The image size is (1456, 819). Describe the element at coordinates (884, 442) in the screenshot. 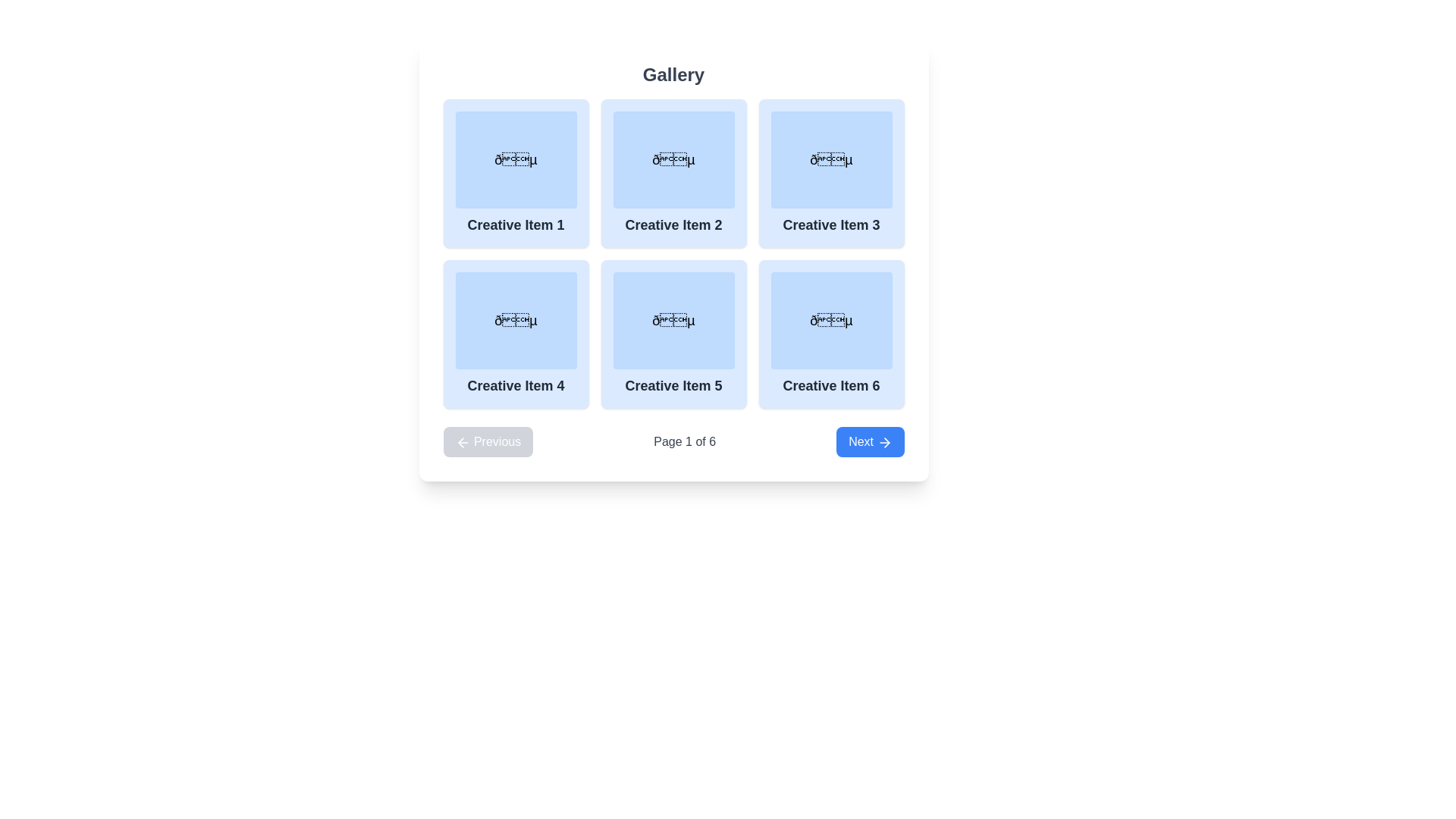

I see `the forward navigation arrow icon located in the bottom-right corner of the 'Next' button` at that location.